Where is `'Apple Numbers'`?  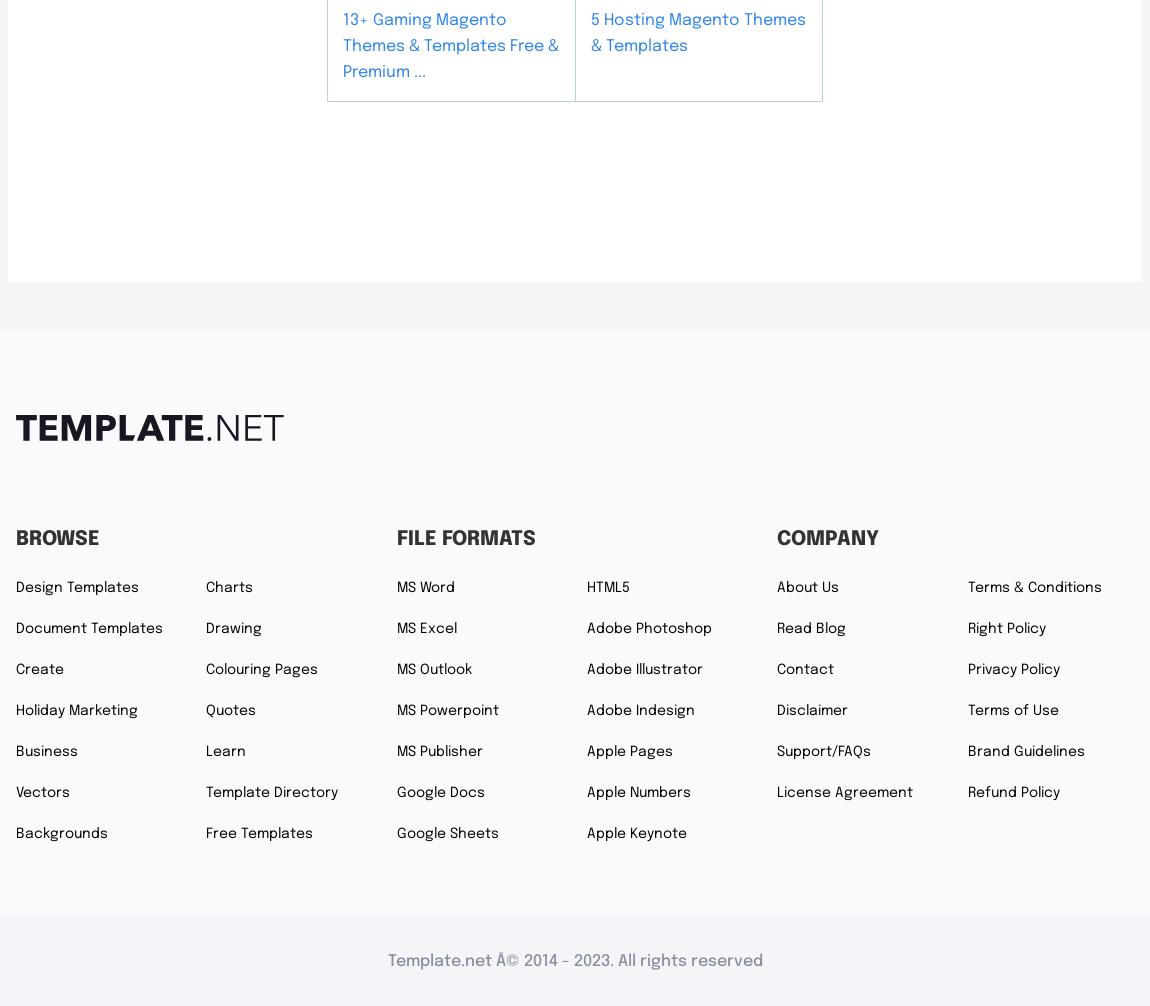
'Apple Numbers' is located at coordinates (638, 792).